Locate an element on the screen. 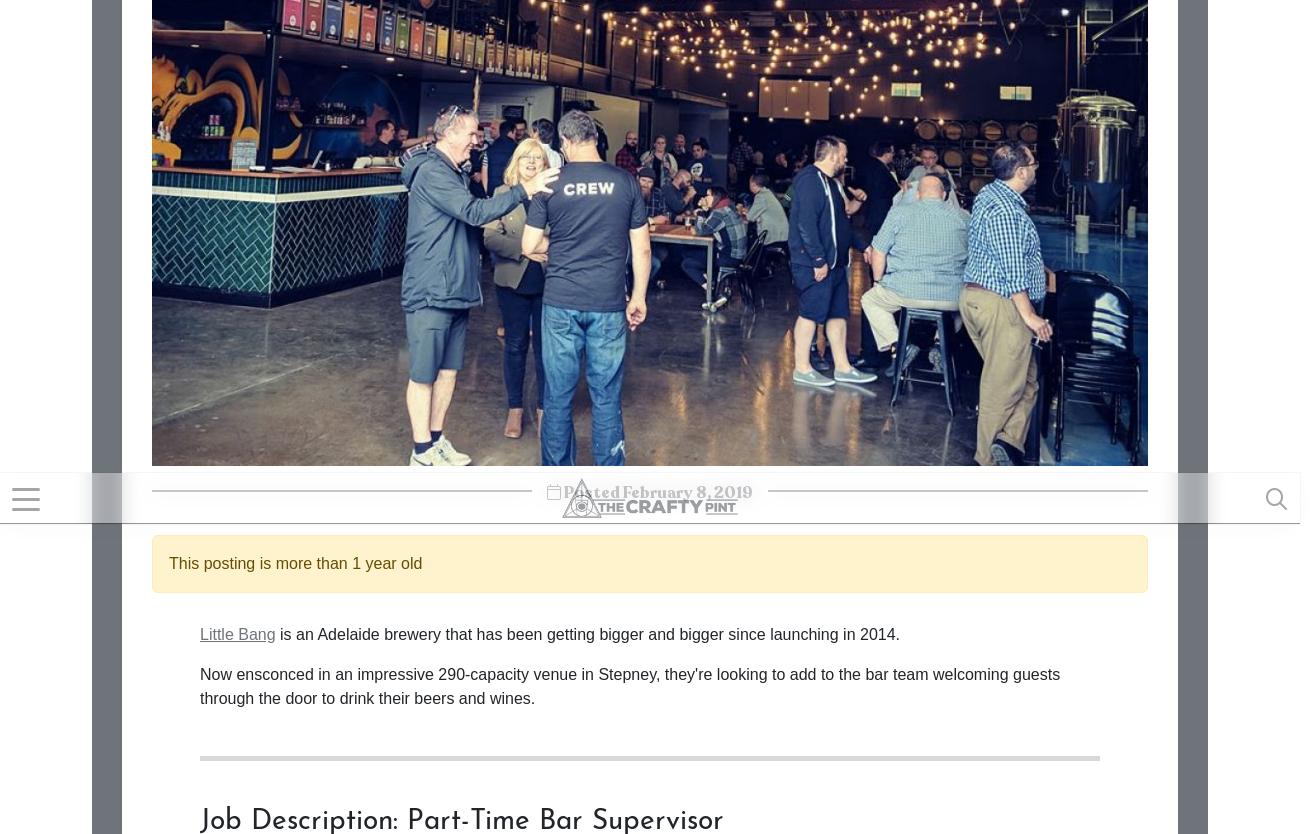  'Beermash have built a reputation as one of the finest places in Melbourne to enjoy a craft beer and pick…' is located at coordinates (971, 748).